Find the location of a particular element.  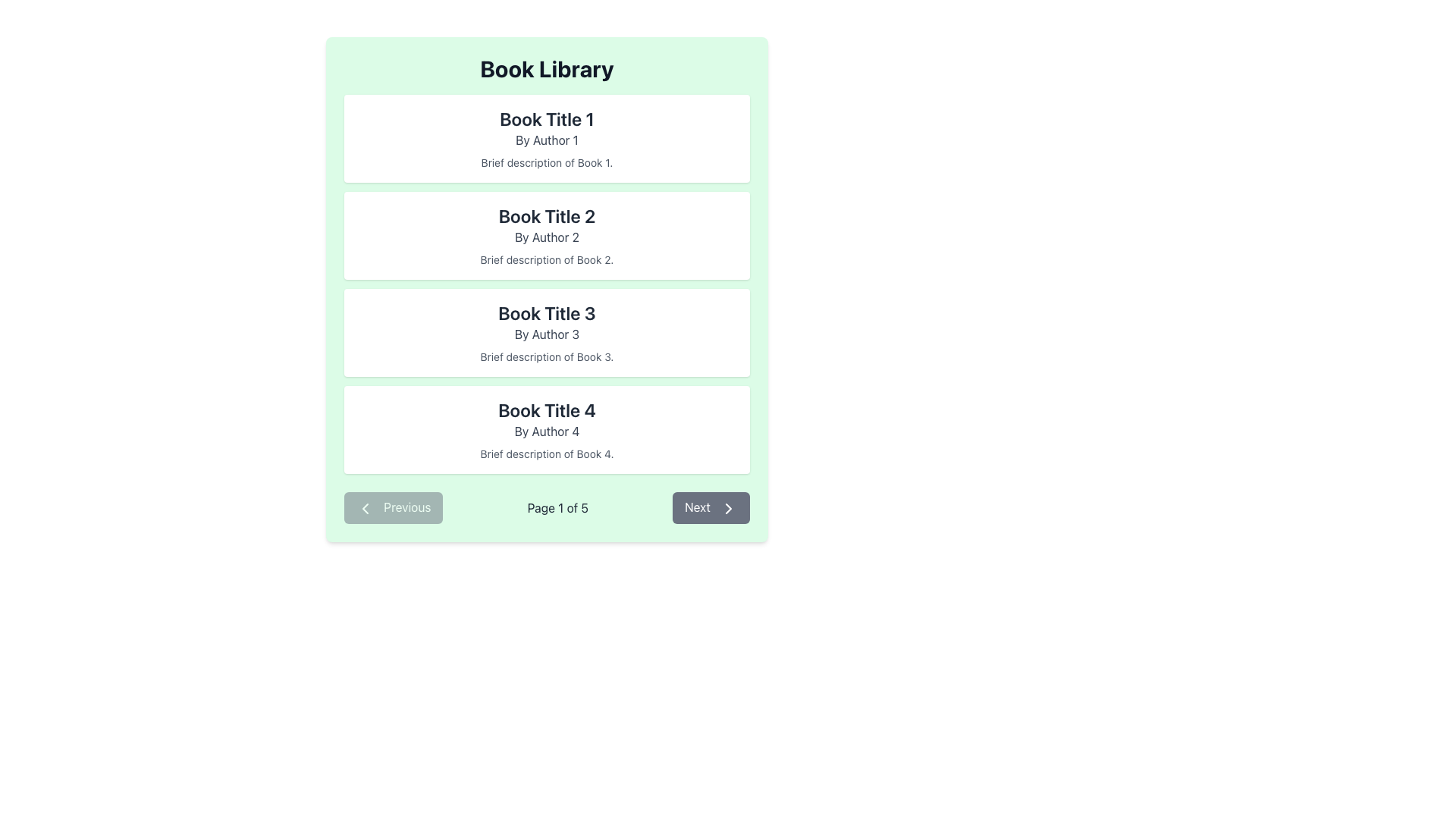

'Next' button icon located at the far-right edge, which serves as a visual indicator for navigation is located at coordinates (728, 508).